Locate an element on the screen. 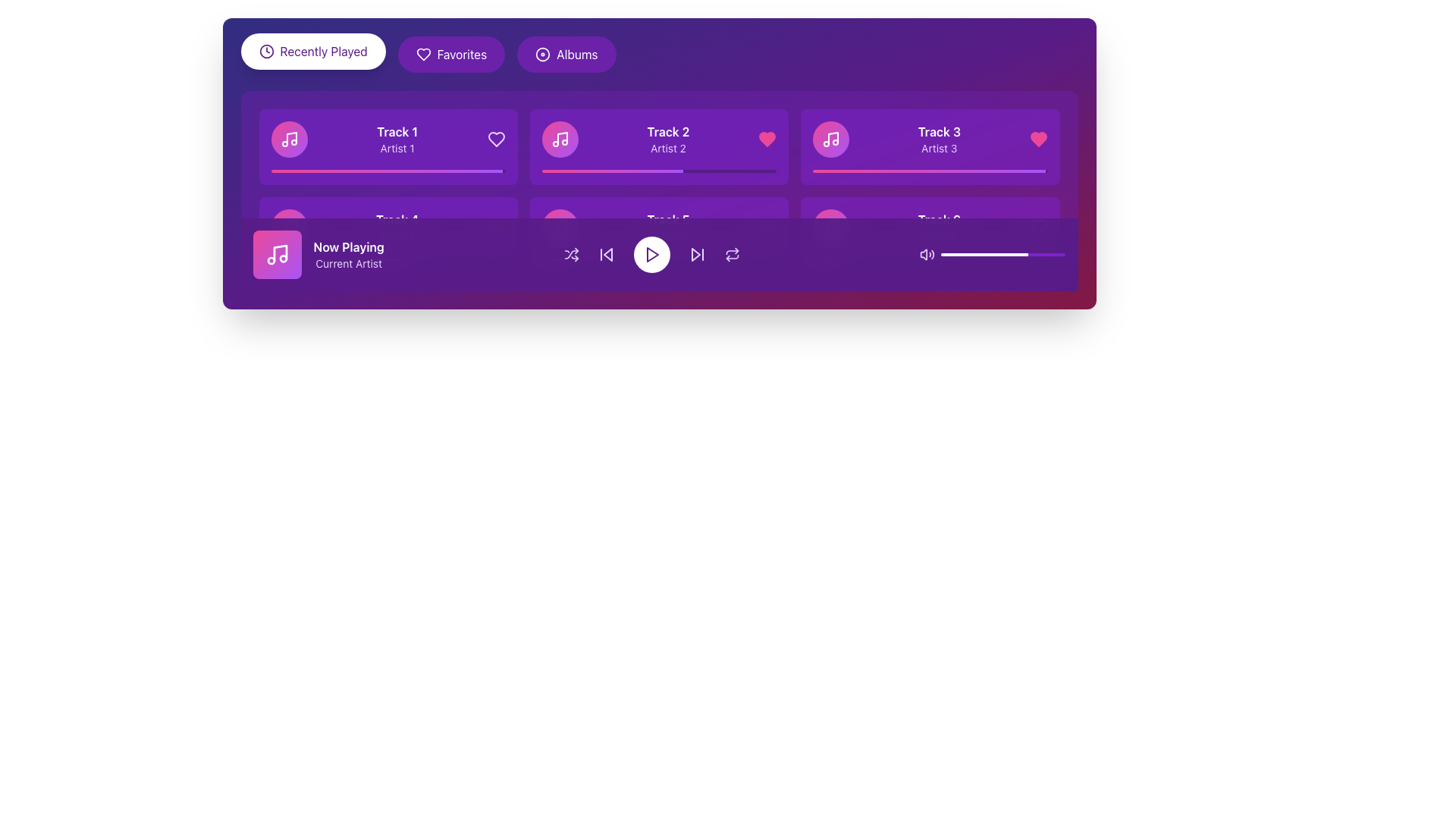 The image size is (1456, 819). the 'back' button, which is a left-pointing triangle icon located in the media control bar at the bottom of the interface is located at coordinates (608, 253).